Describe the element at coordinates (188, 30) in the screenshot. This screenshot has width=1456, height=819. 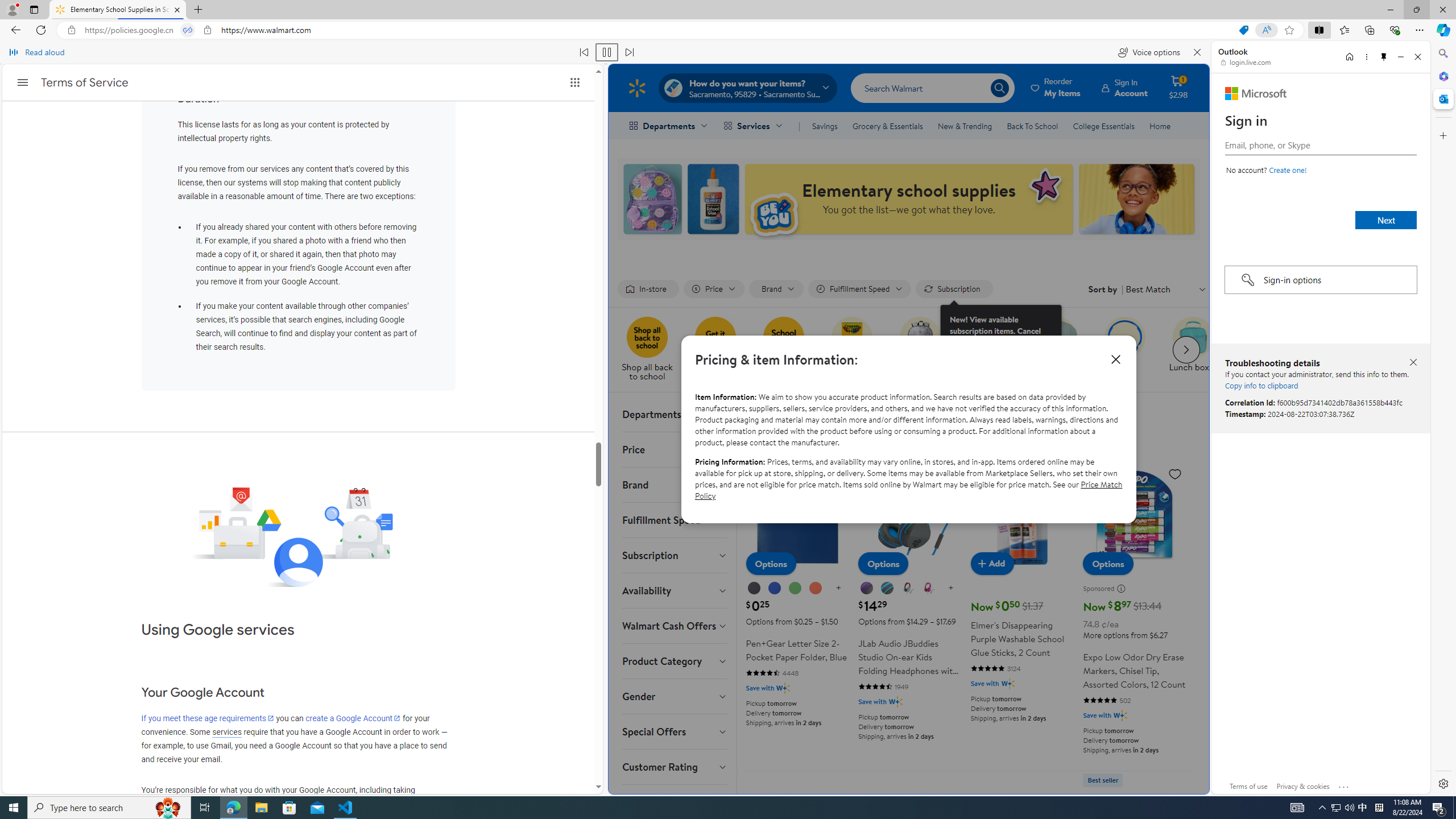
I see `'Tabs in split screen'` at that location.